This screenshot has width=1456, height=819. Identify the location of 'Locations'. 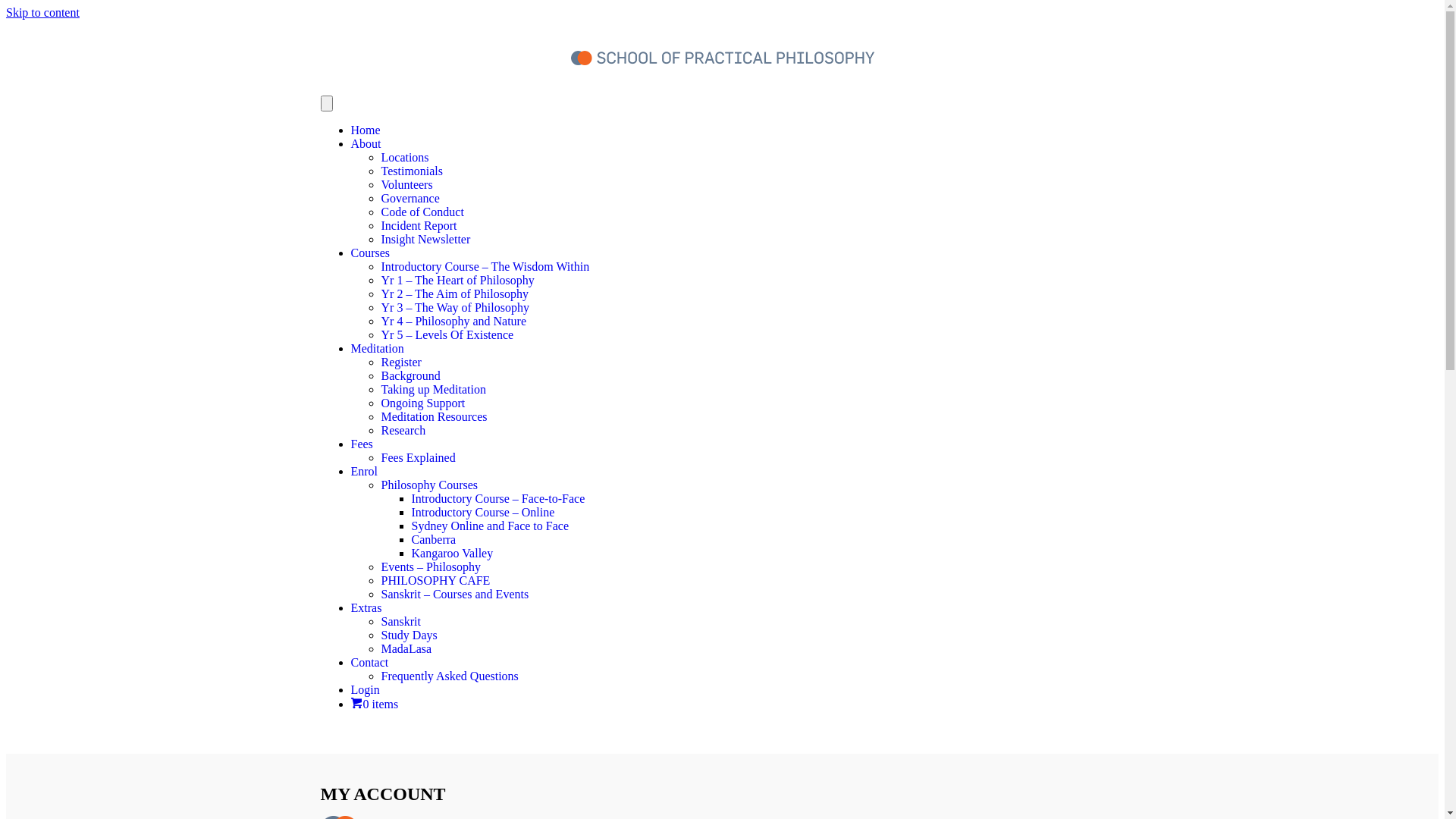
(404, 157).